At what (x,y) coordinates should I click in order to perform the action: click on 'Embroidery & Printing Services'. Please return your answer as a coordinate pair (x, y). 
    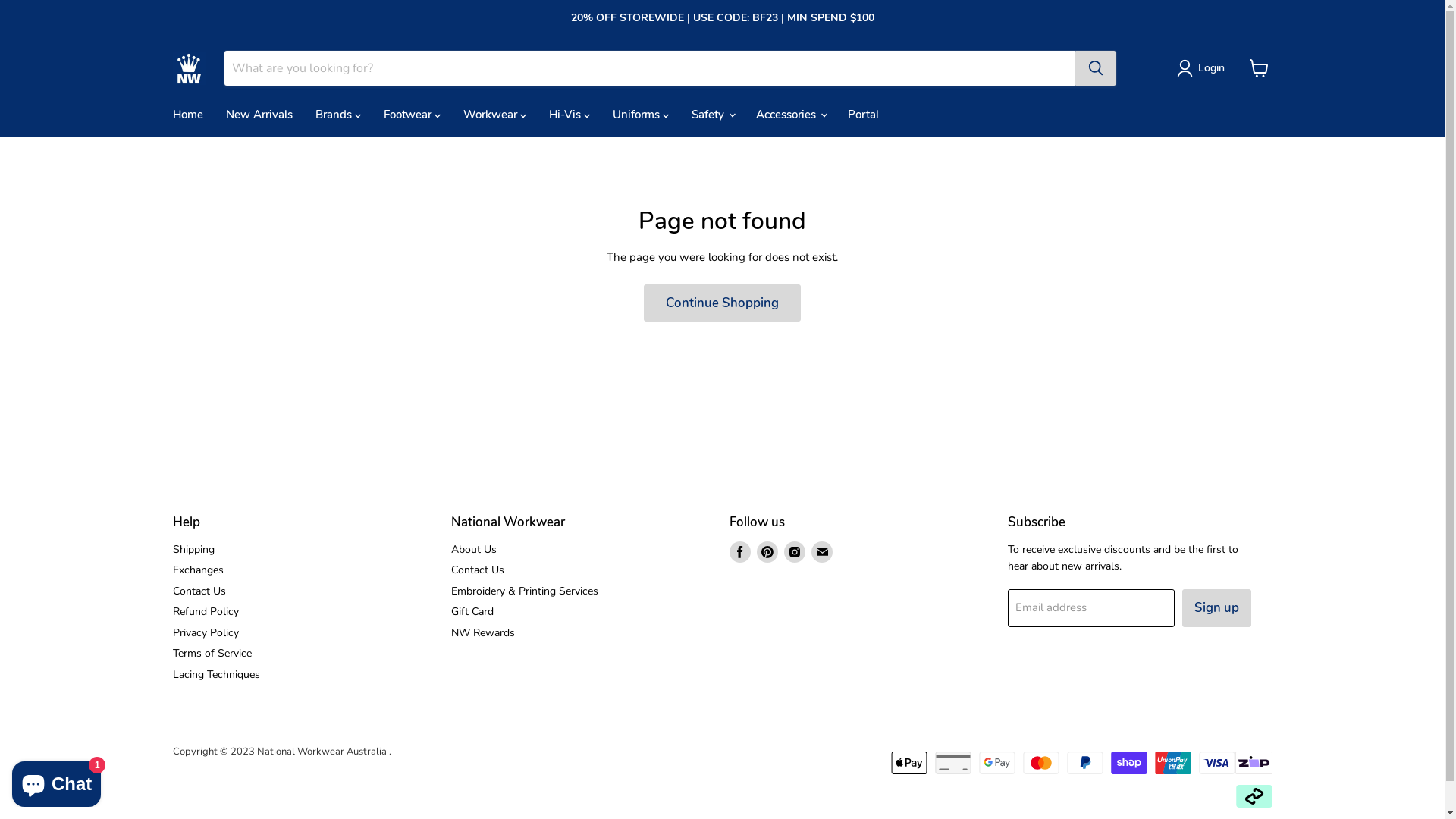
    Looking at the image, I should click on (524, 590).